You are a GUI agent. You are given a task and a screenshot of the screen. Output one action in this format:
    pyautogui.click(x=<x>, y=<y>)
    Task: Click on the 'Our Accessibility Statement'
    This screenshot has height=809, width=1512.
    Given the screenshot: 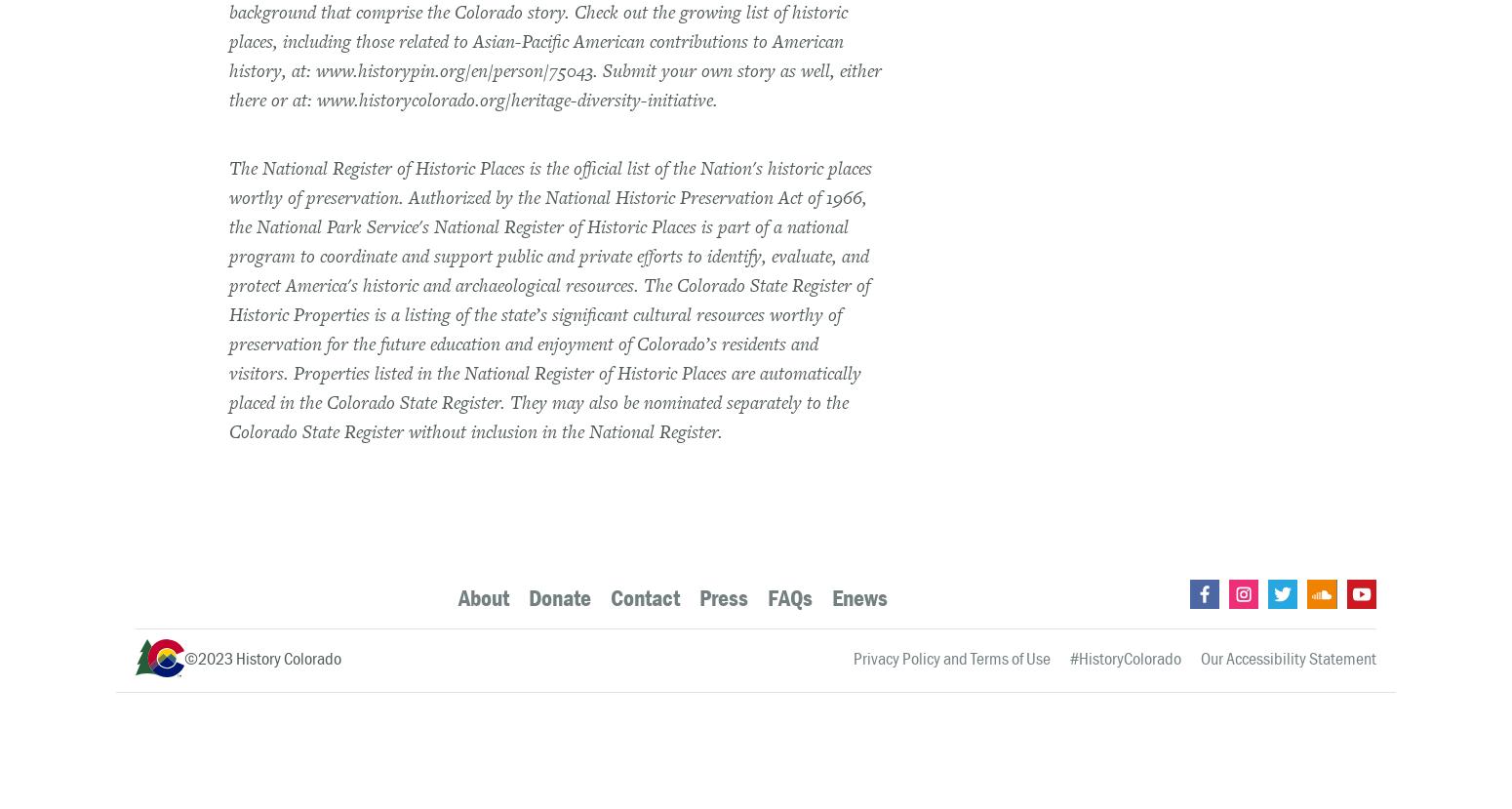 What is the action you would take?
    pyautogui.click(x=1199, y=657)
    